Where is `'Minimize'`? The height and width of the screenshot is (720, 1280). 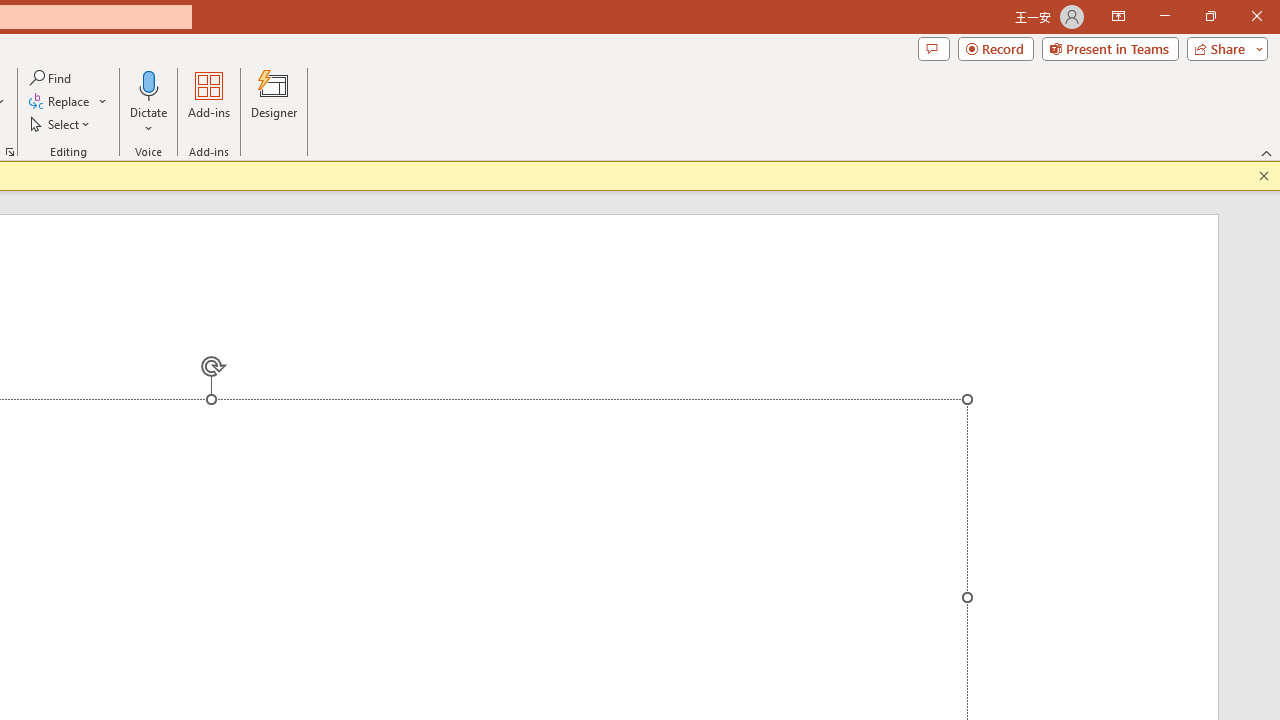
'Minimize' is located at coordinates (1164, 16).